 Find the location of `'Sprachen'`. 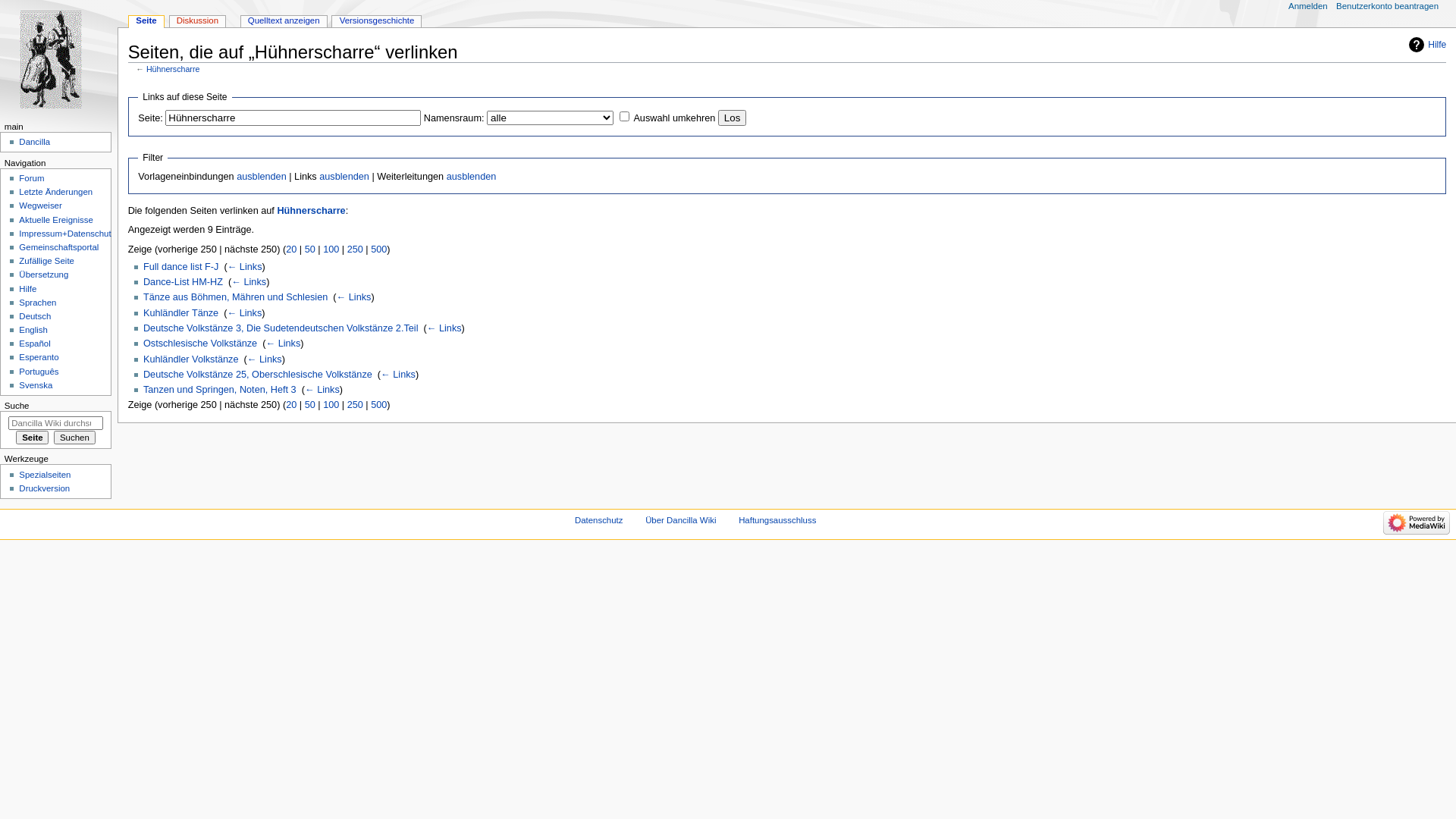

'Sprachen' is located at coordinates (37, 302).